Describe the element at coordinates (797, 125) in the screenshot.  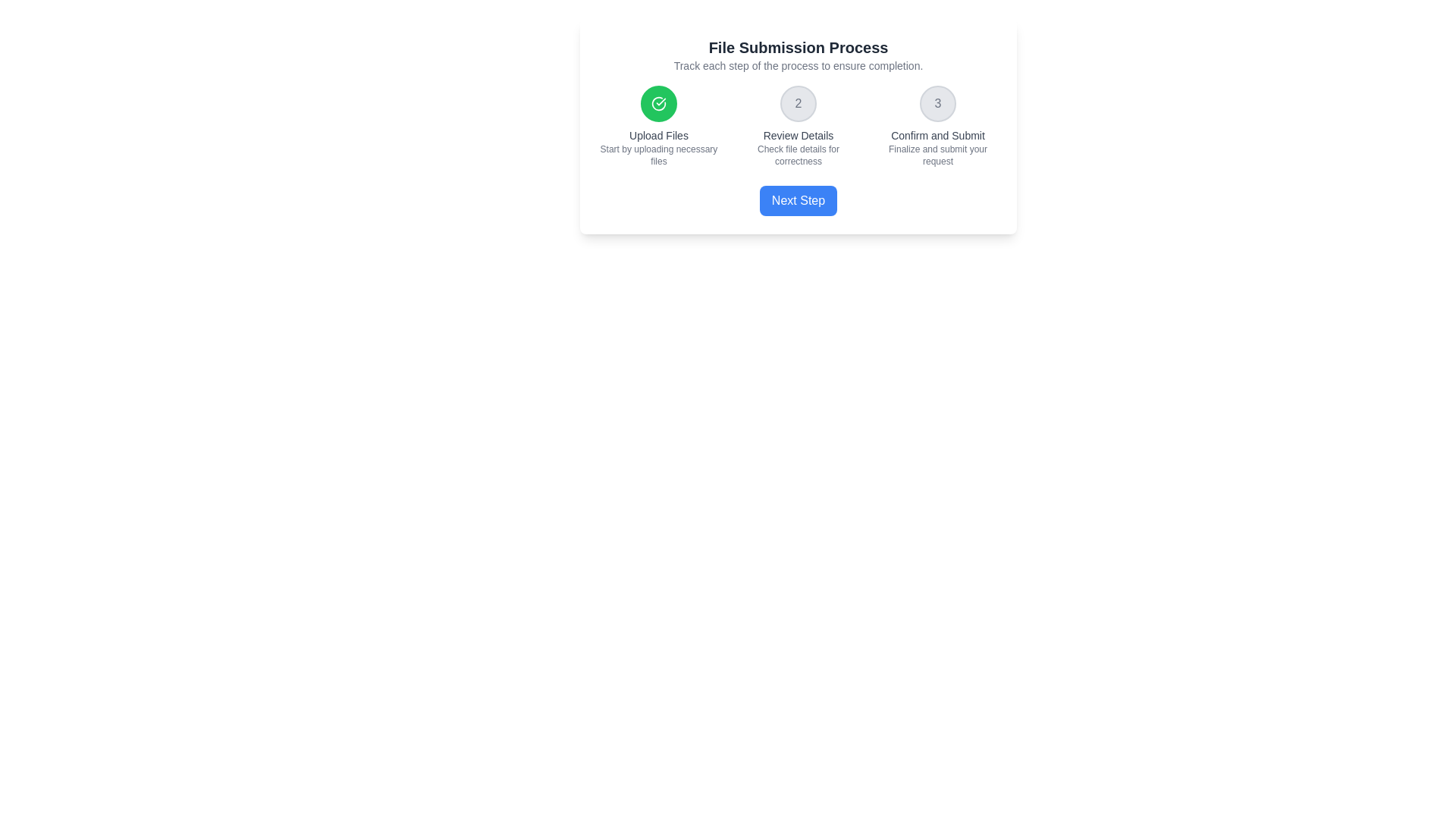
I see `the second step indicator in the progress section labeled 'Review Details'` at that location.